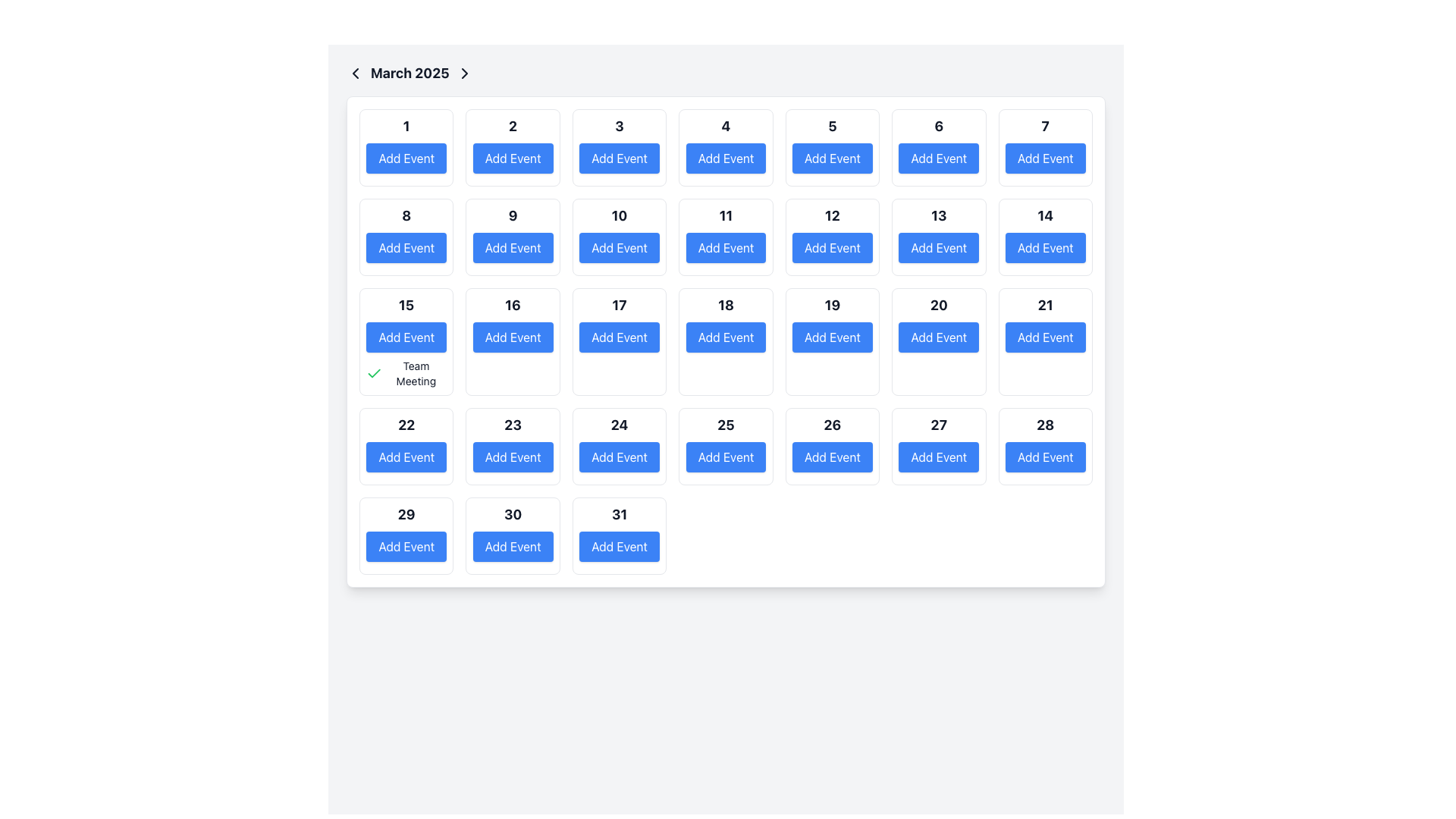 The image size is (1456, 819). What do you see at coordinates (938, 305) in the screenshot?
I see `the text displaying the number '20', which is bold and larger than surrounding text, located in the fourth row and fourth column of the calendar grid, above the 'Add Event' button` at bounding box center [938, 305].